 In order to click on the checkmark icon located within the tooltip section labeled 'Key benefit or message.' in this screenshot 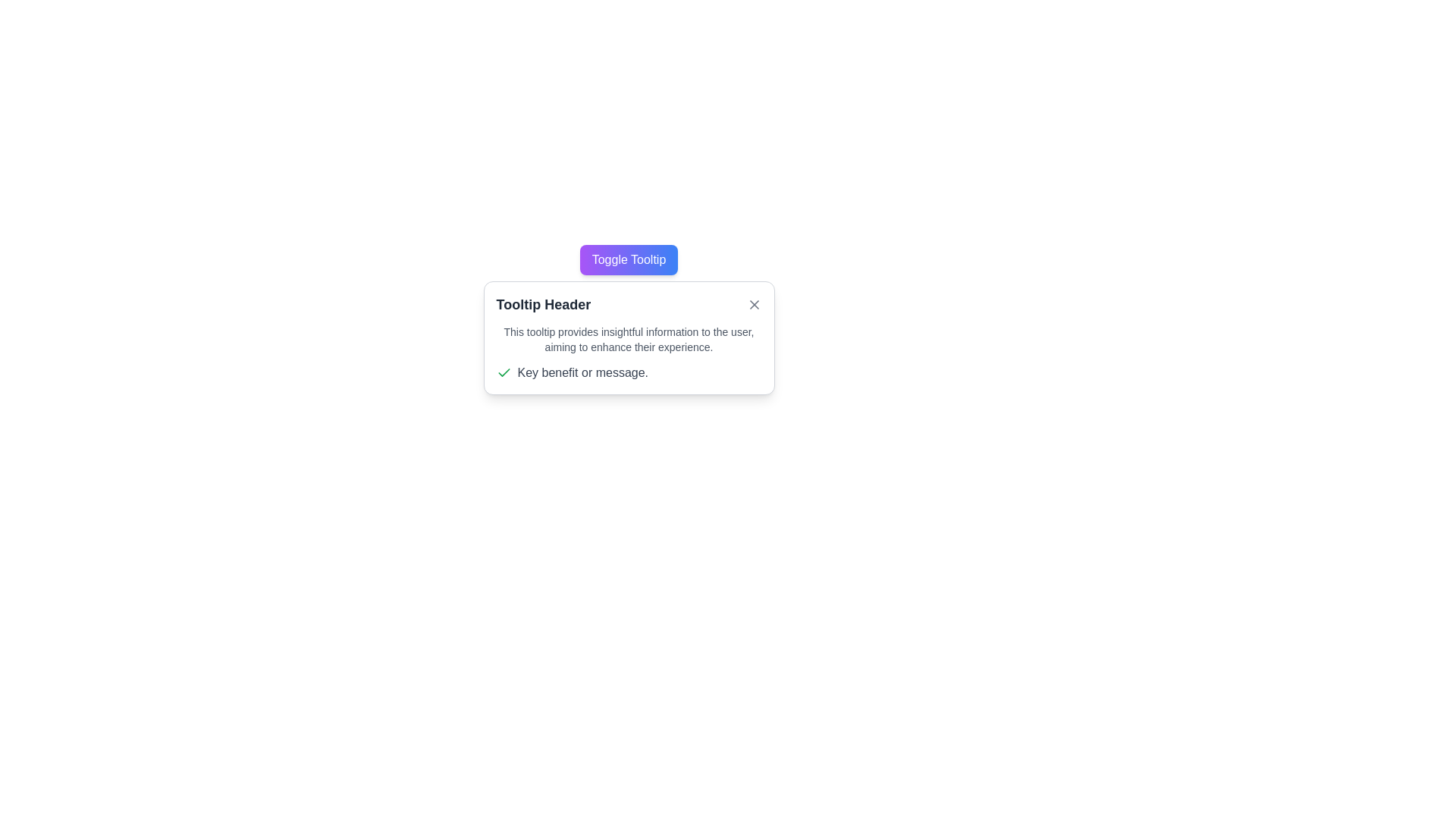, I will do `click(504, 372)`.